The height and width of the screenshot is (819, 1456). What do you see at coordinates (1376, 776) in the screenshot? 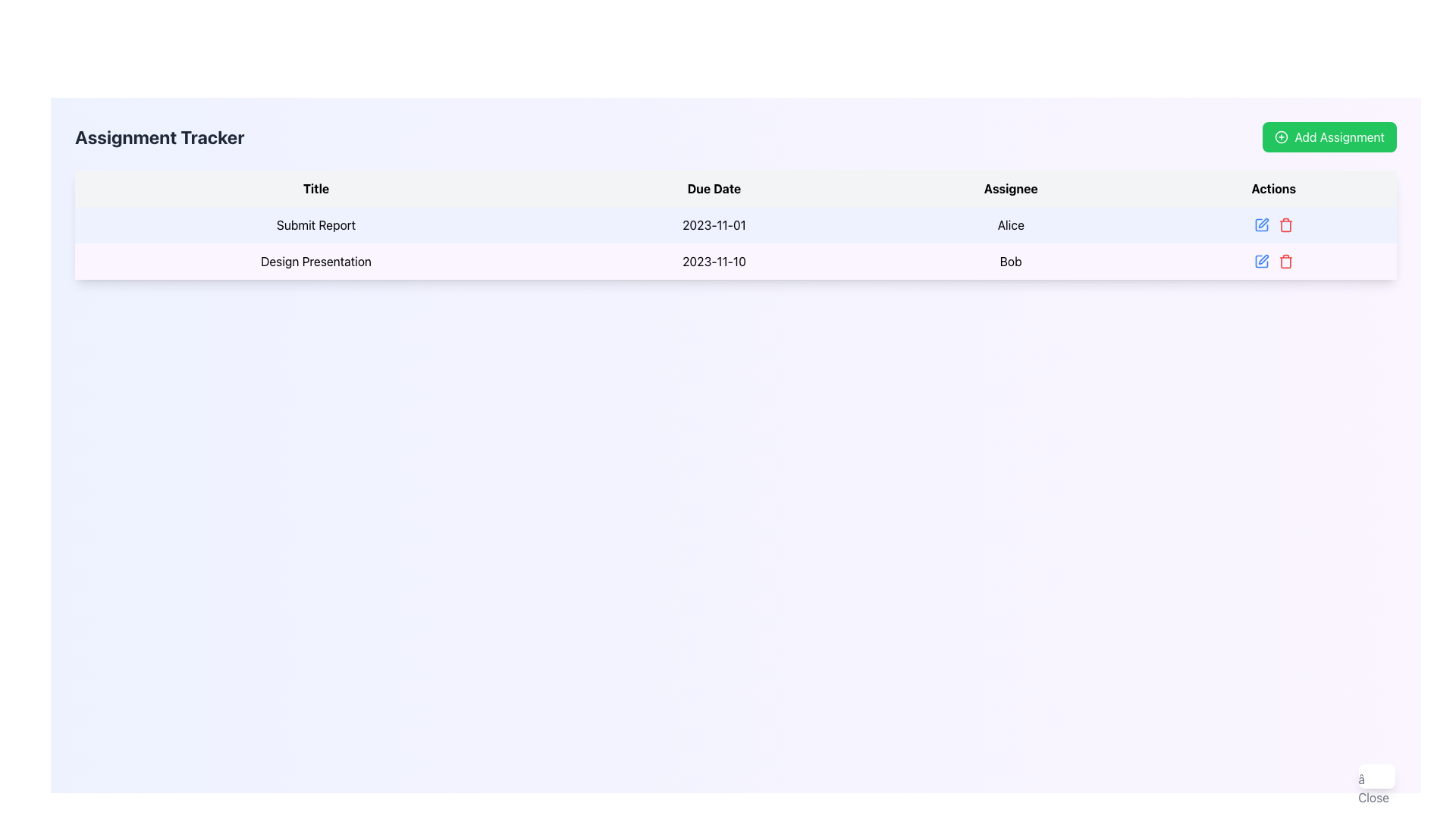
I see `the white rectangular button with rounded corners labeled '✕ Close' located at the bottom right corner of the interface` at bounding box center [1376, 776].